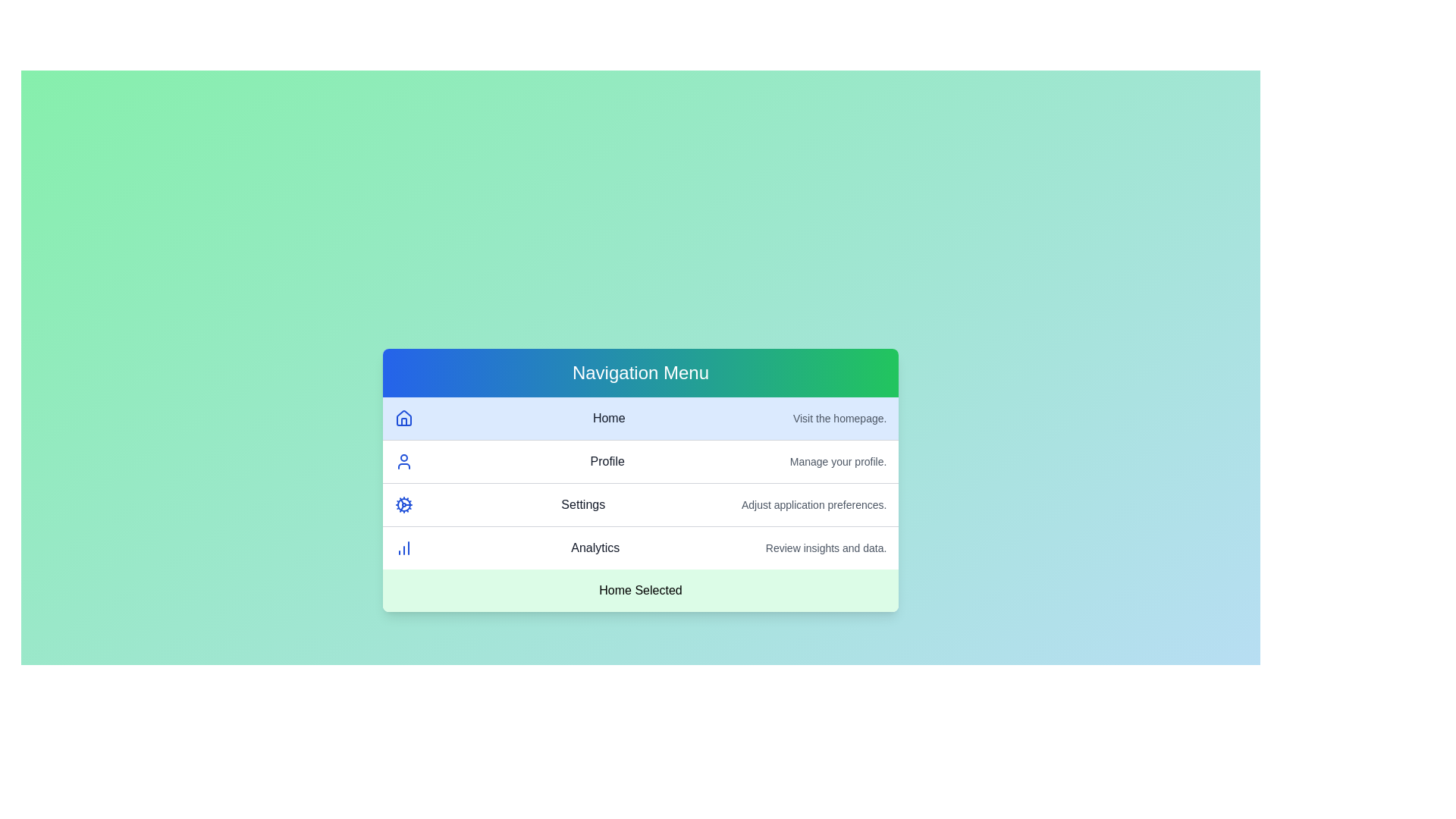  Describe the element at coordinates (640, 418) in the screenshot. I see `the menu item corresponding to Home` at that location.